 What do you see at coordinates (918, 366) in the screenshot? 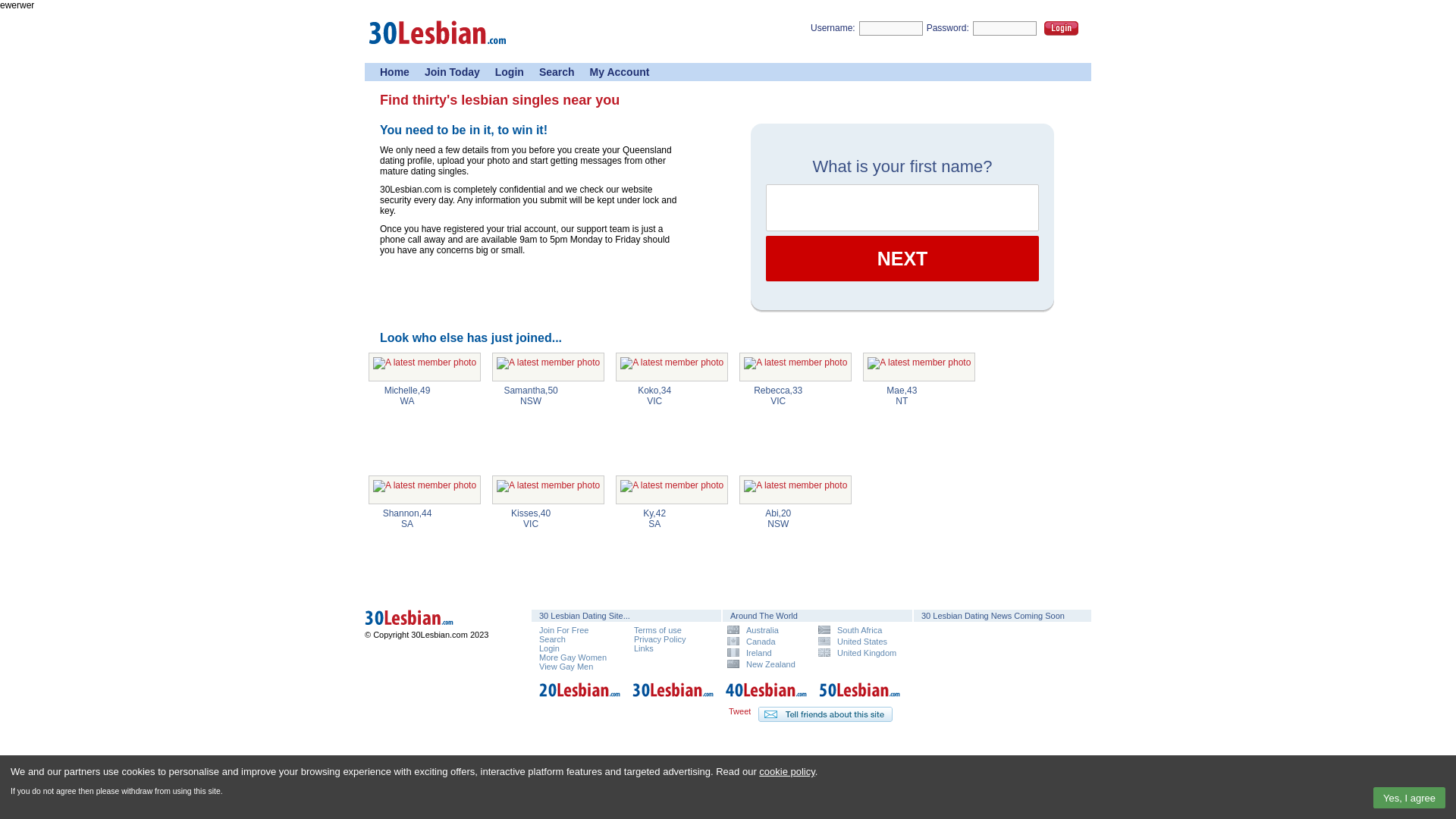
I see `'Mae, 43 from Malak, NT'` at bounding box center [918, 366].